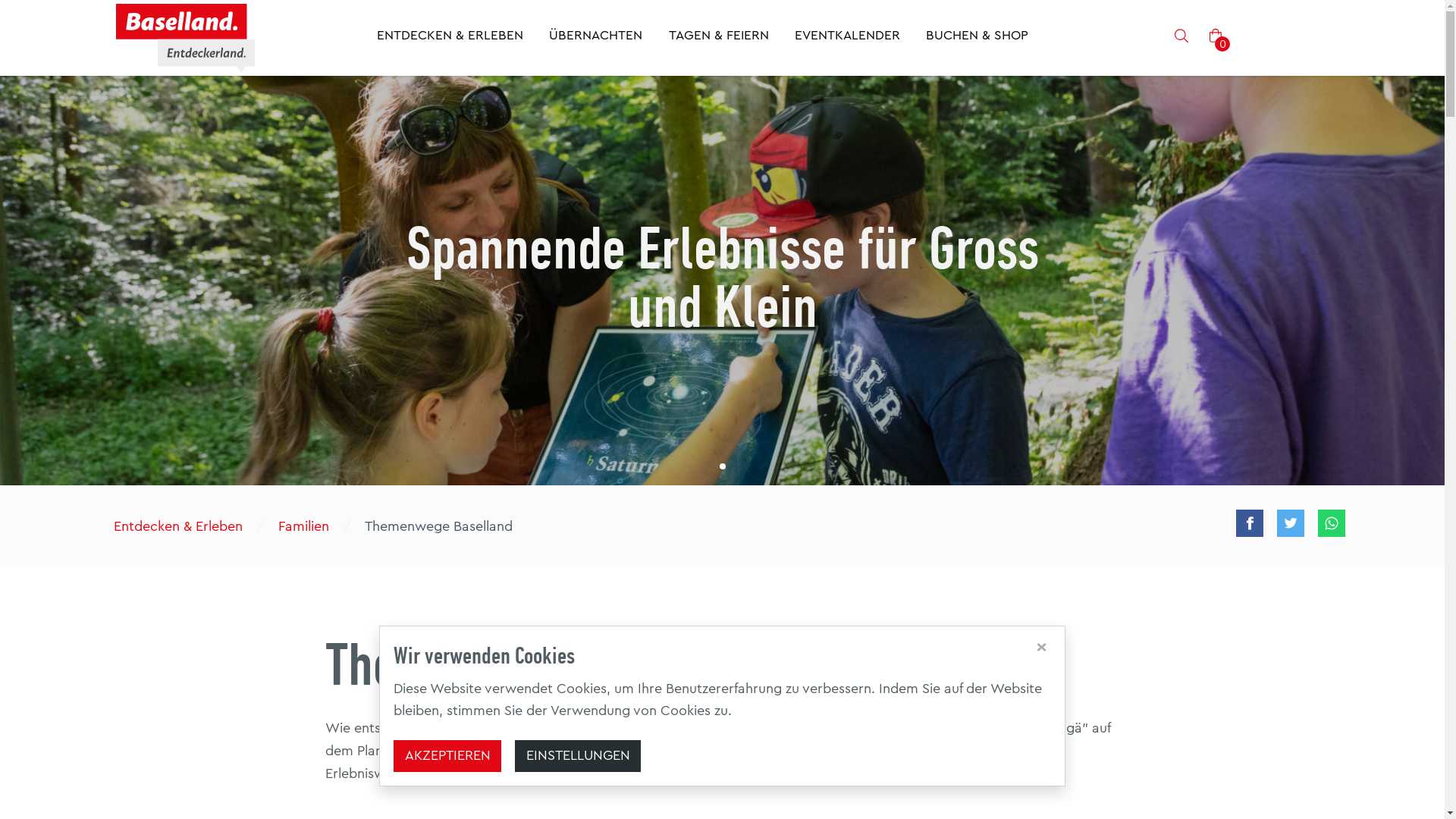 The width and height of the screenshot is (1456, 819). Describe the element at coordinates (447, 756) in the screenshot. I see `'AKZEPTIEREN'` at that location.